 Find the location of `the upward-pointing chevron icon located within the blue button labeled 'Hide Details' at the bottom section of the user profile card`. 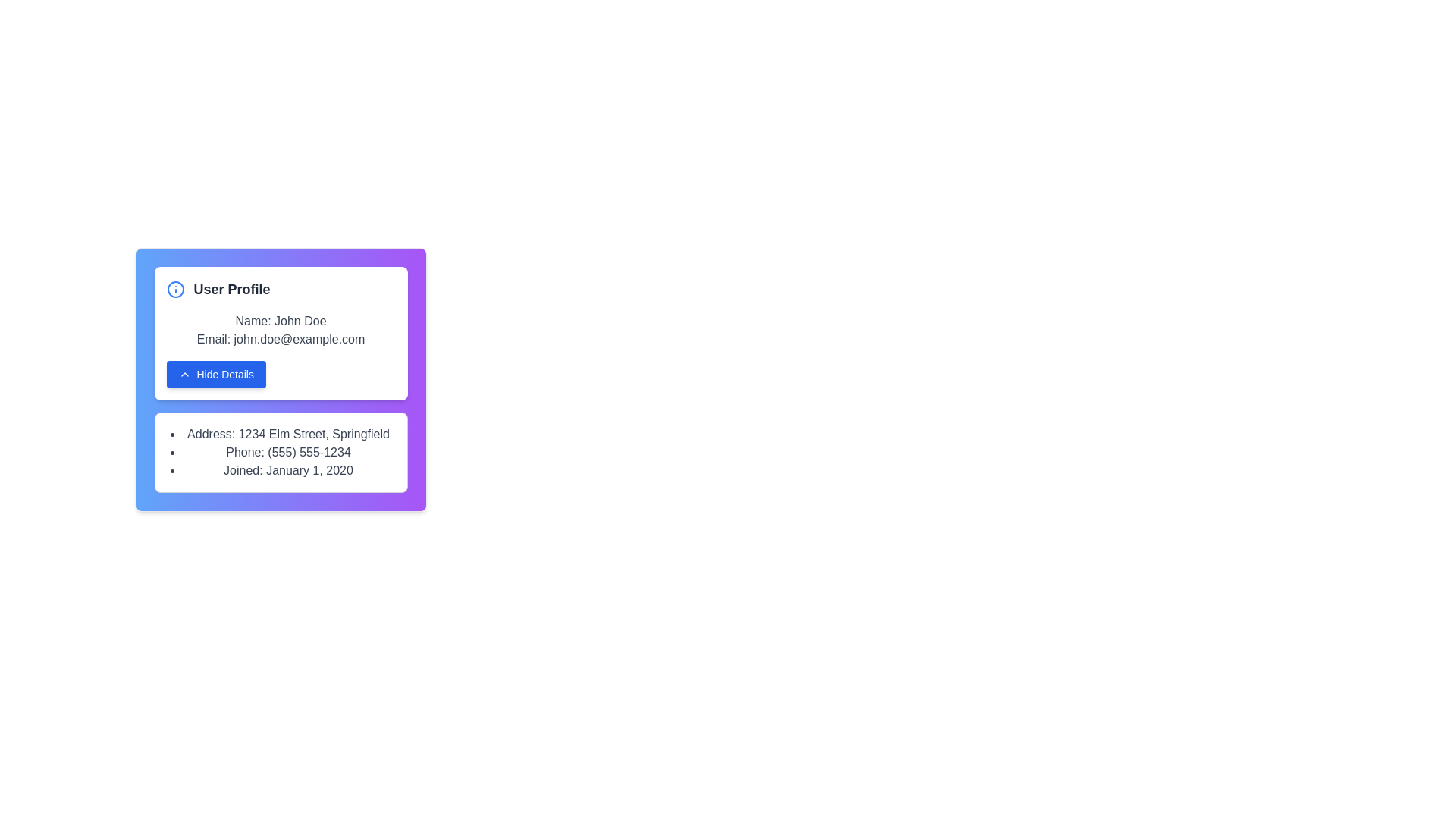

the upward-pointing chevron icon located within the blue button labeled 'Hide Details' at the bottom section of the user profile card is located at coordinates (184, 374).